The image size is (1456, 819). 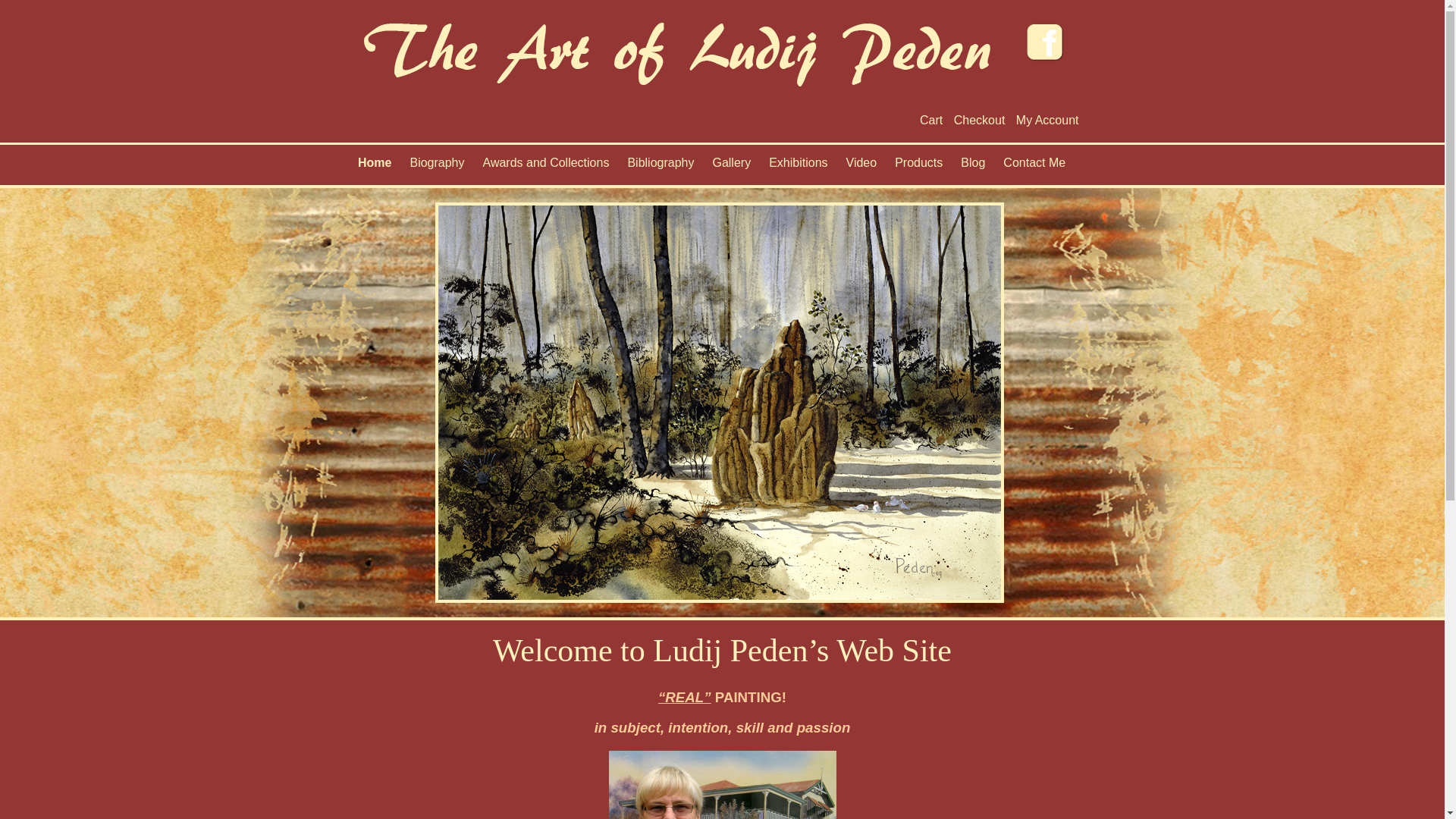 I want to click on 'Exhibitions', so click(x=797, y=166).